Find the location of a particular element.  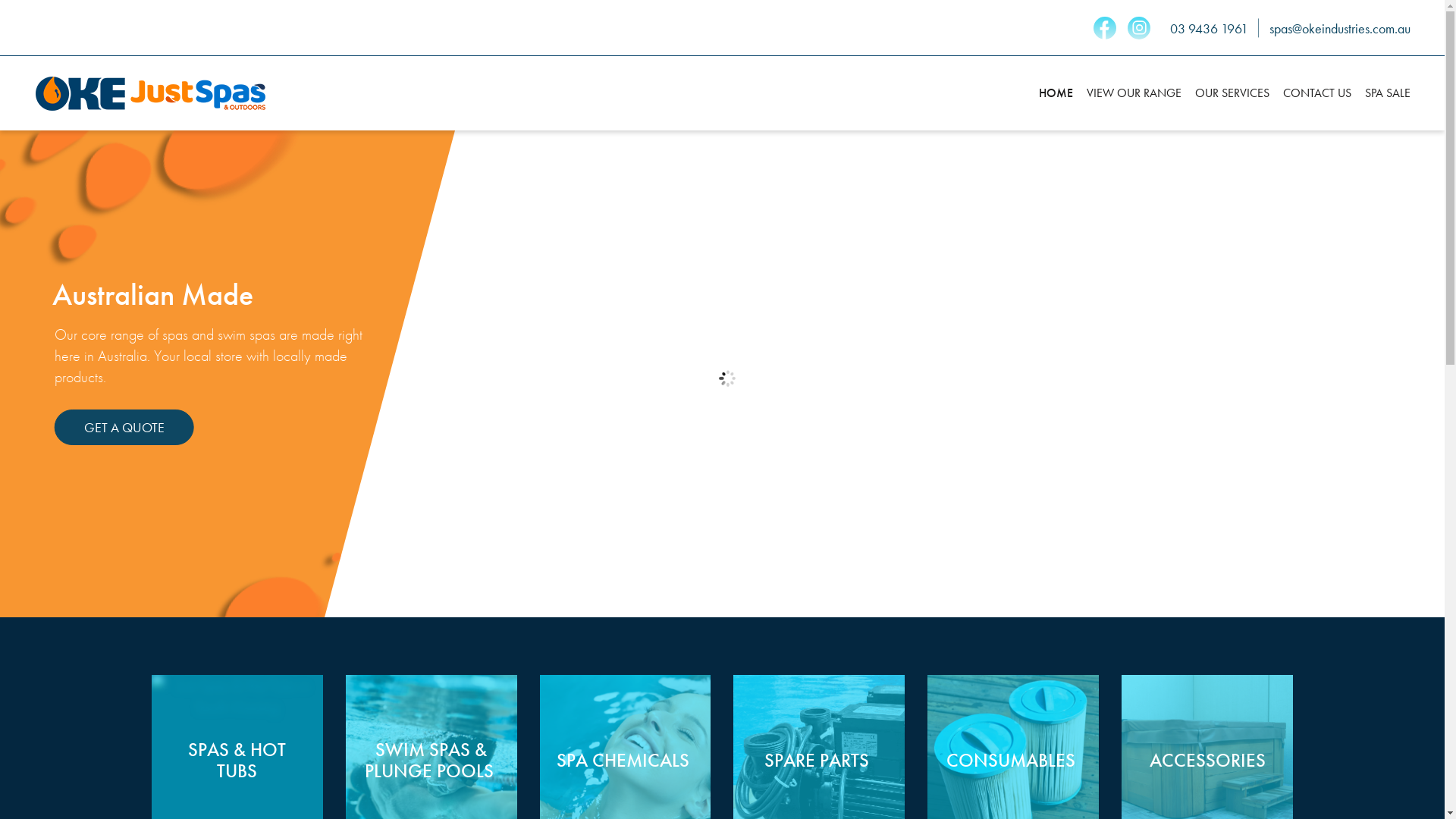

'spas@okeindustries.com.au' is located at coordinates (1339, 28).